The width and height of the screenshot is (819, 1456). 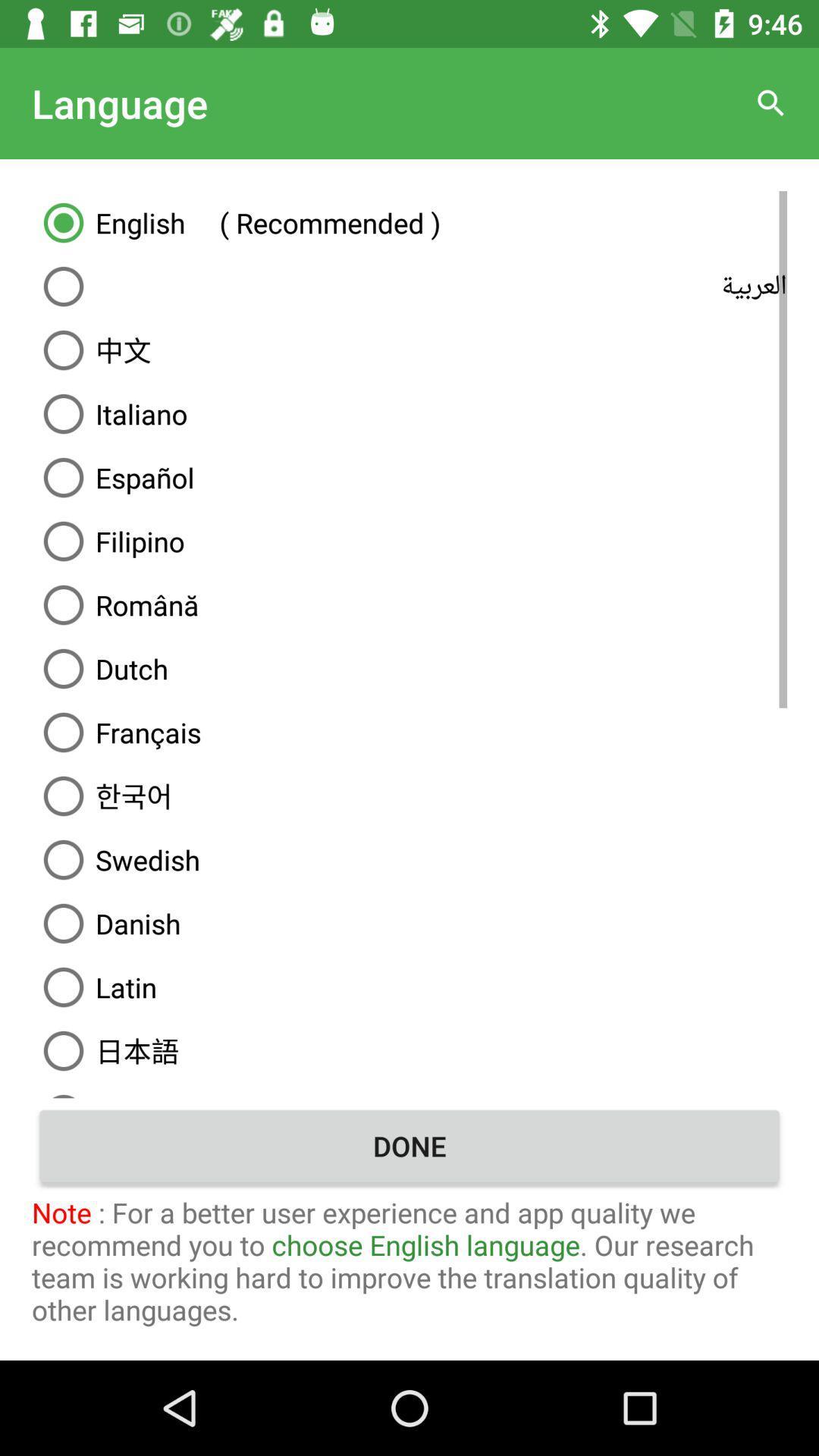 What do you see at coordinates (409, 349) in the screenshot?
I see `icon above the italiano item` at bounding box center [409, 349].